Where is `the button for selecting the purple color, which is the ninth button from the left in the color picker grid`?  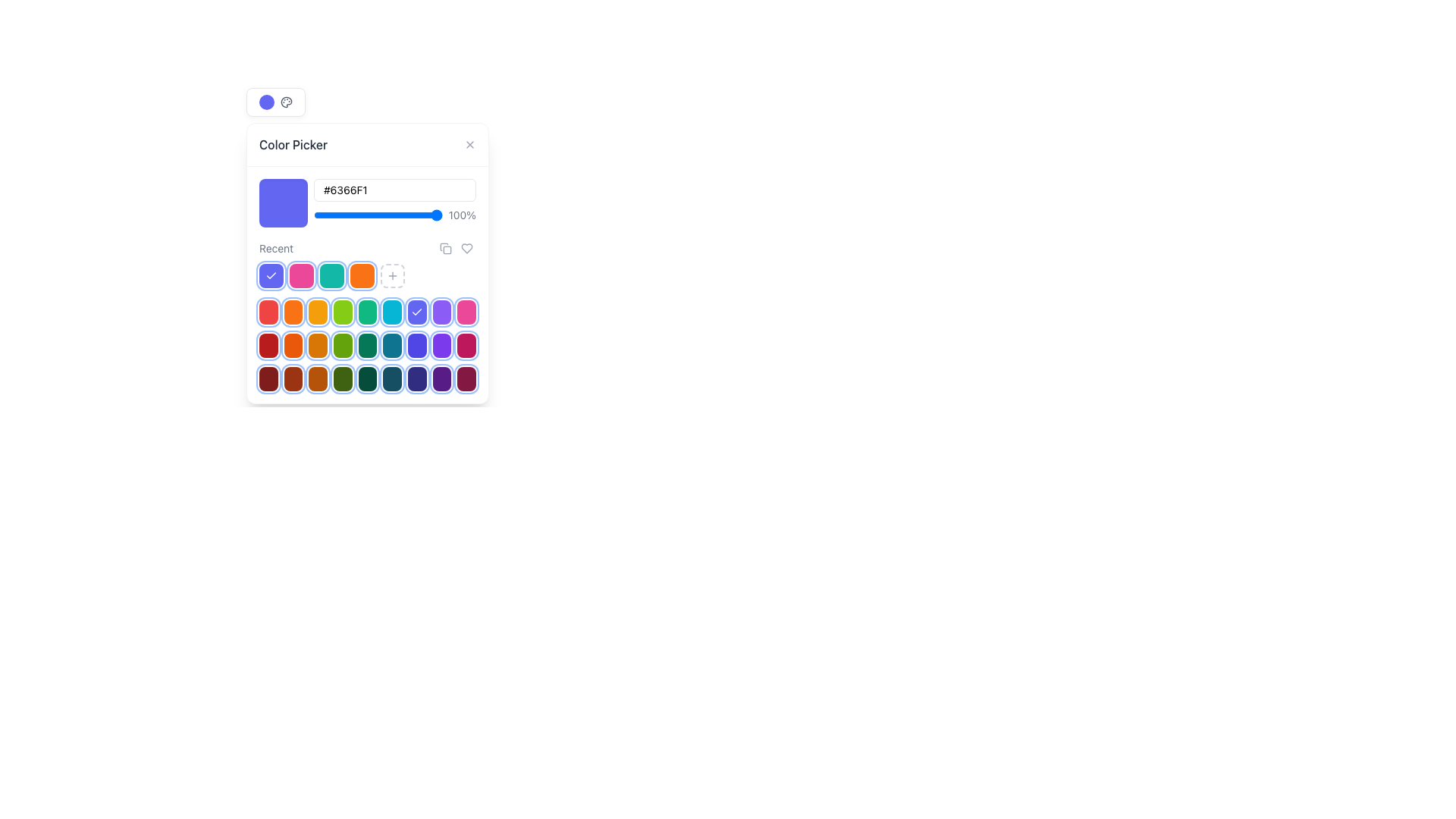
the button for selecting the purple color, which is the ninth button from the left in the color picker grid is located at coordinates (441, 312).